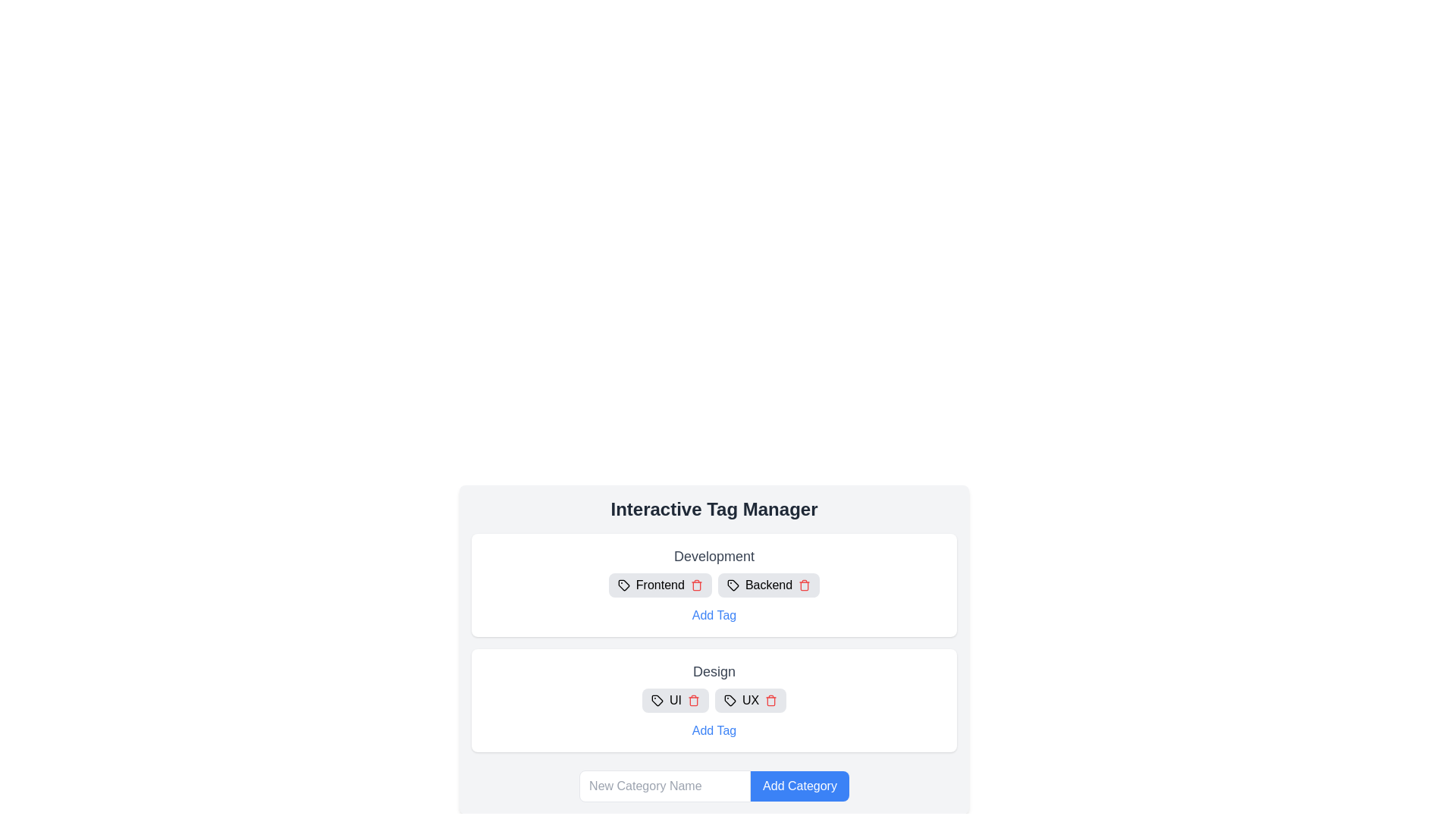  I want to click on the 'Add Category' button located within the 'Design' section of the Interactive Tag Manager card, so click(713, 648).